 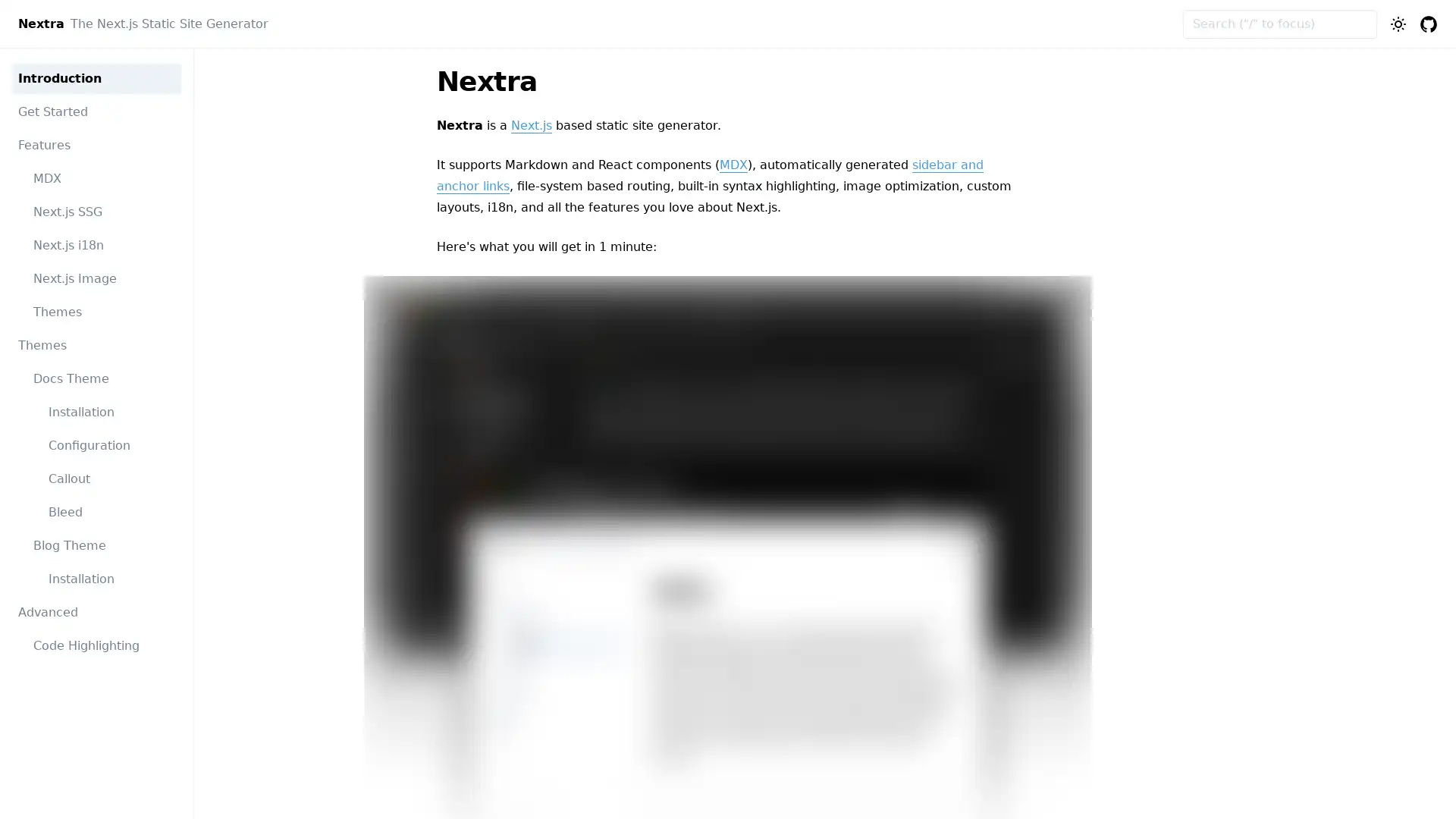 What do you see at coordinates (96, 611) in the screenshot?
I see `Advanced` at bounding box center [96, 611].